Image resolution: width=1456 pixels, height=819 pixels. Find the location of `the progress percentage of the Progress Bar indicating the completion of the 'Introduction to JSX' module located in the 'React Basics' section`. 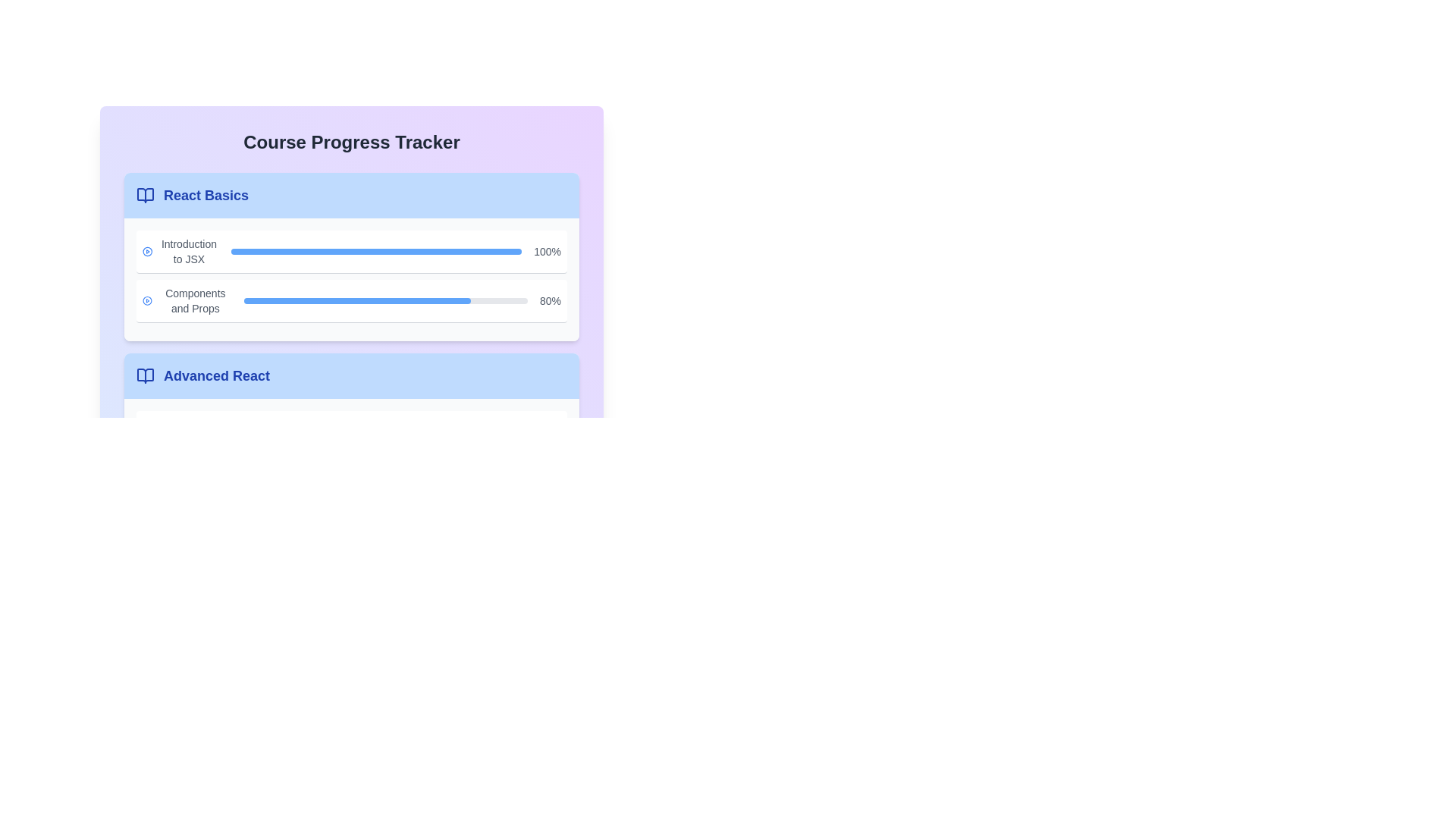

the progress percentage of the Progress Bar indicating the completion of the 'Introduction to JSX' module located in the 'React Basics' section is located at coordinates (351, 252).